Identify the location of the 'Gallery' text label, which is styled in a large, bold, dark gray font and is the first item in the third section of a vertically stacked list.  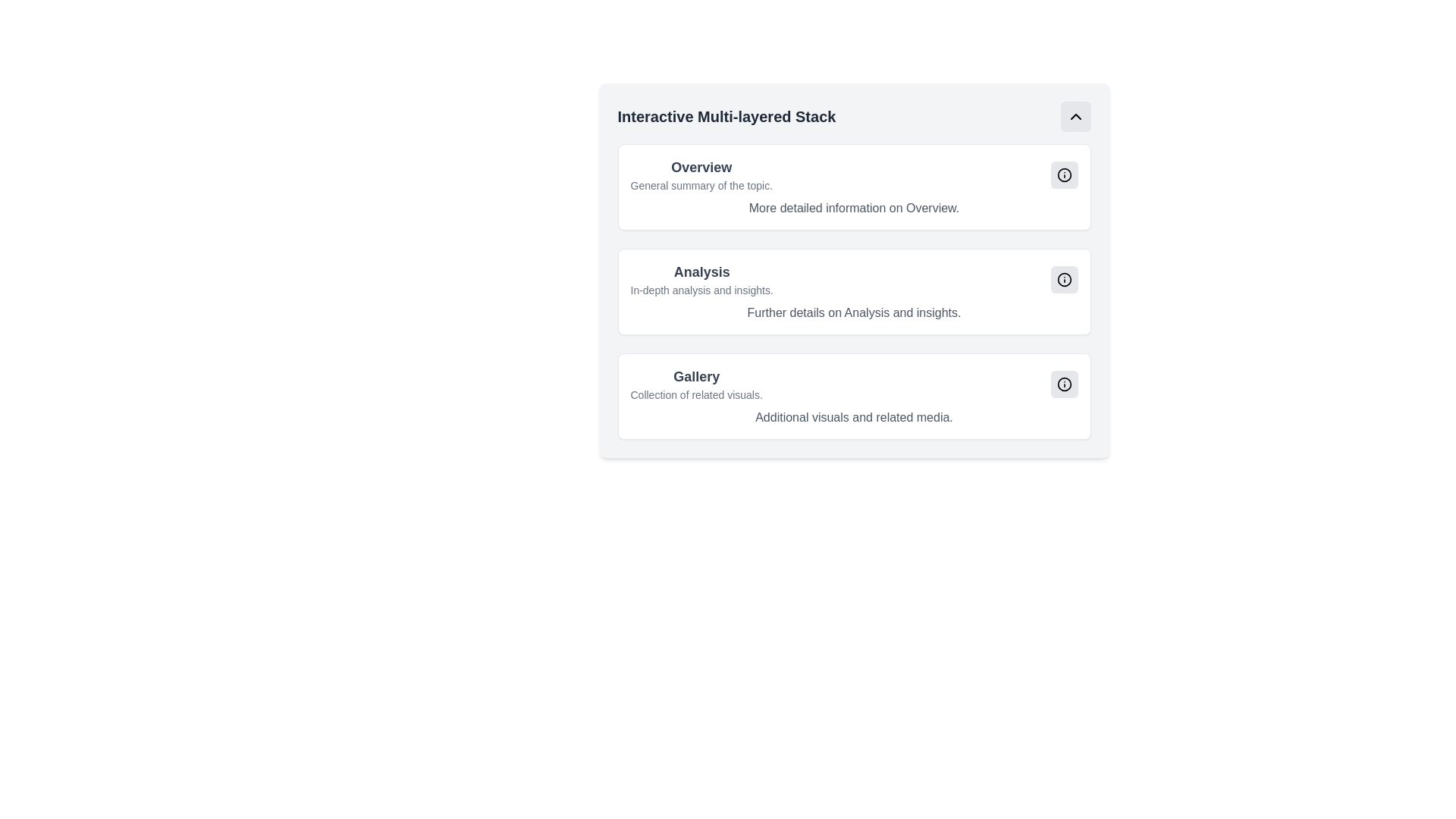
(695, 376).